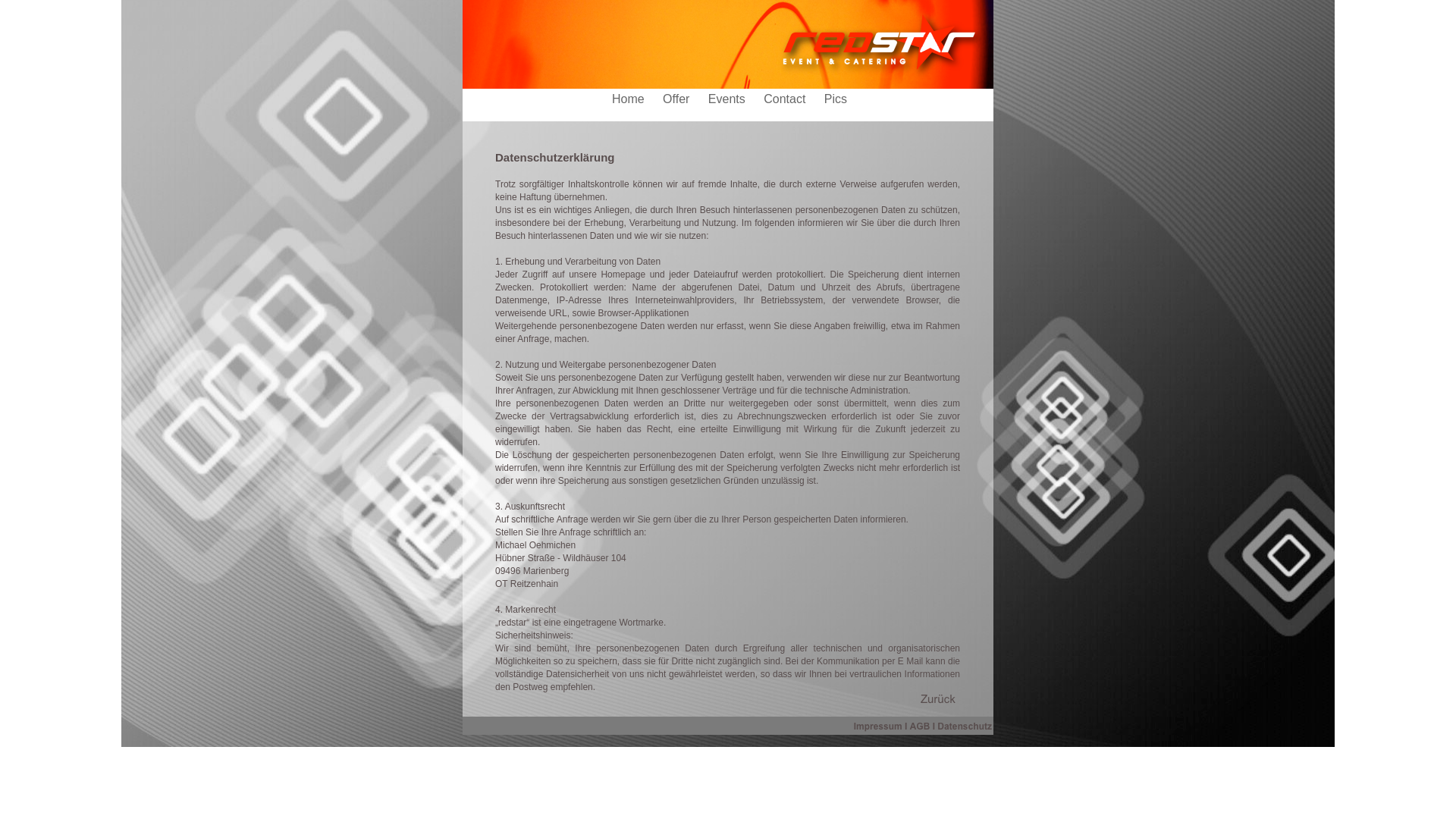  I want to click on 'Home', so click(611, 99).